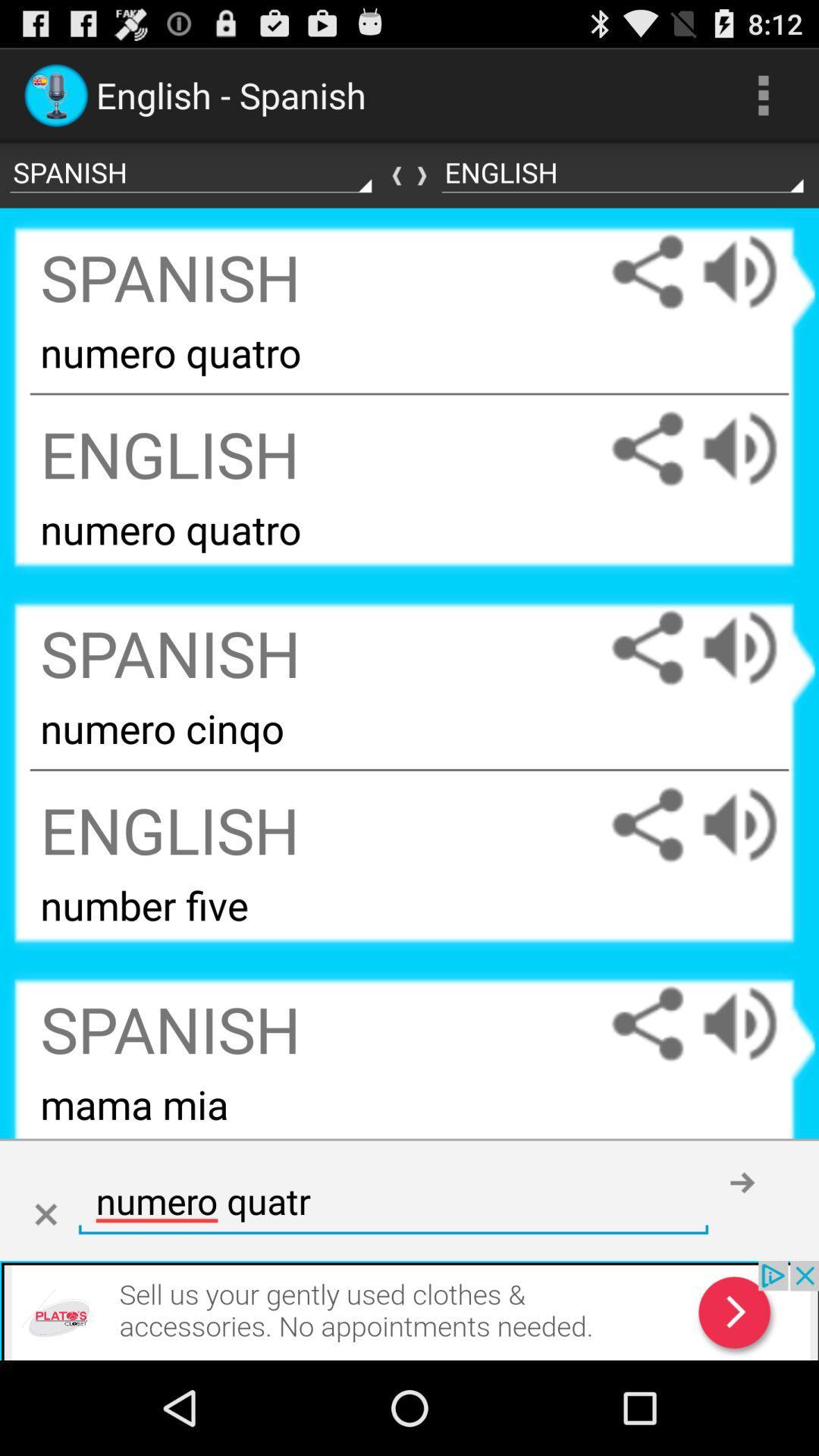  I want to click on share the article, so click(647, 271).